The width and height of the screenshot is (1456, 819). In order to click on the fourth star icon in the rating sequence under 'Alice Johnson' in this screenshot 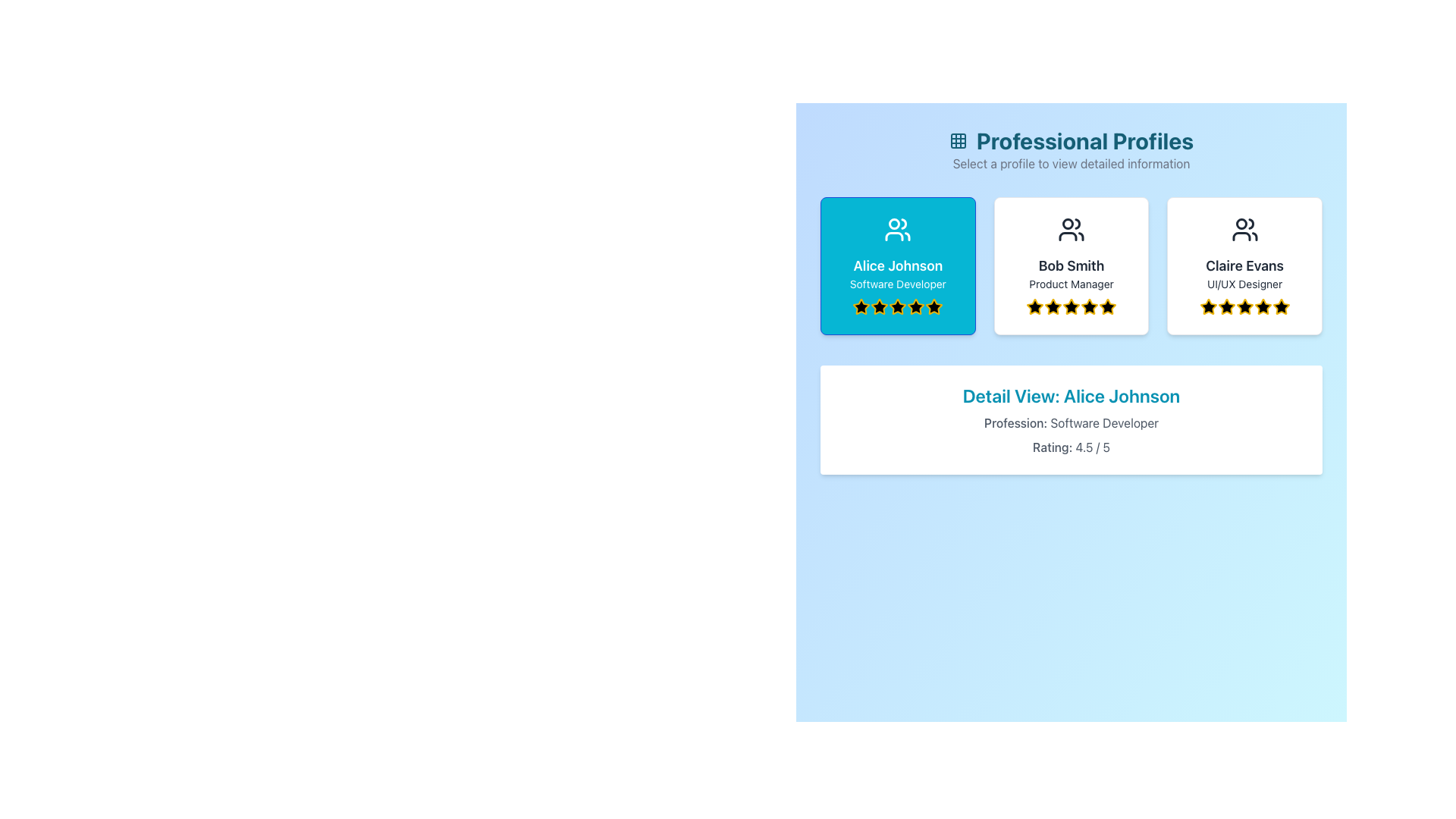, I will do `click(898, 306)`.